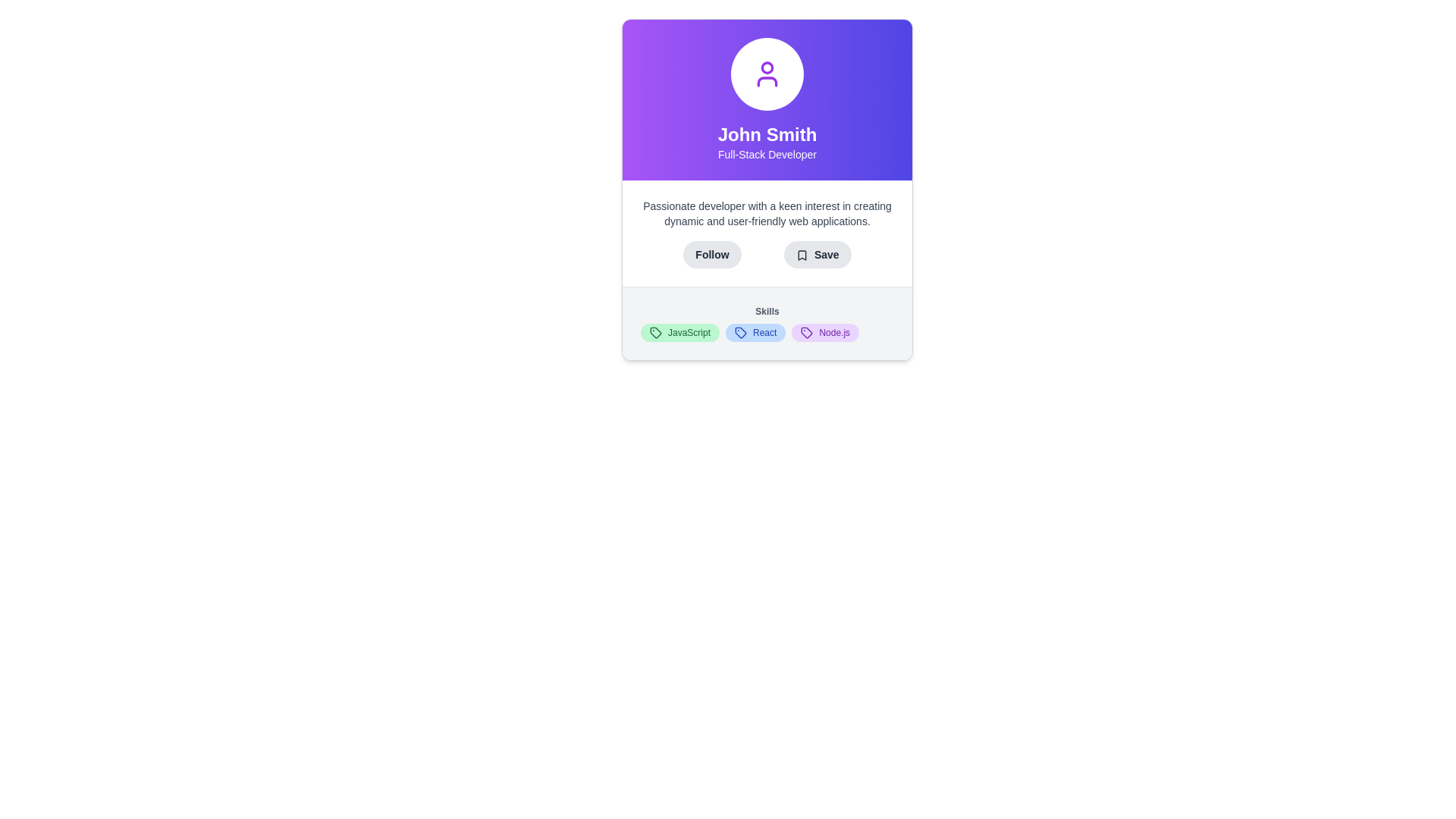 Image resolution: width=1456 pixels, height=819 pixels. I want to click on the 'Follow' button located in the profile card below the name 'John Smith' and above the 'Skills' section, so click(767, 234).